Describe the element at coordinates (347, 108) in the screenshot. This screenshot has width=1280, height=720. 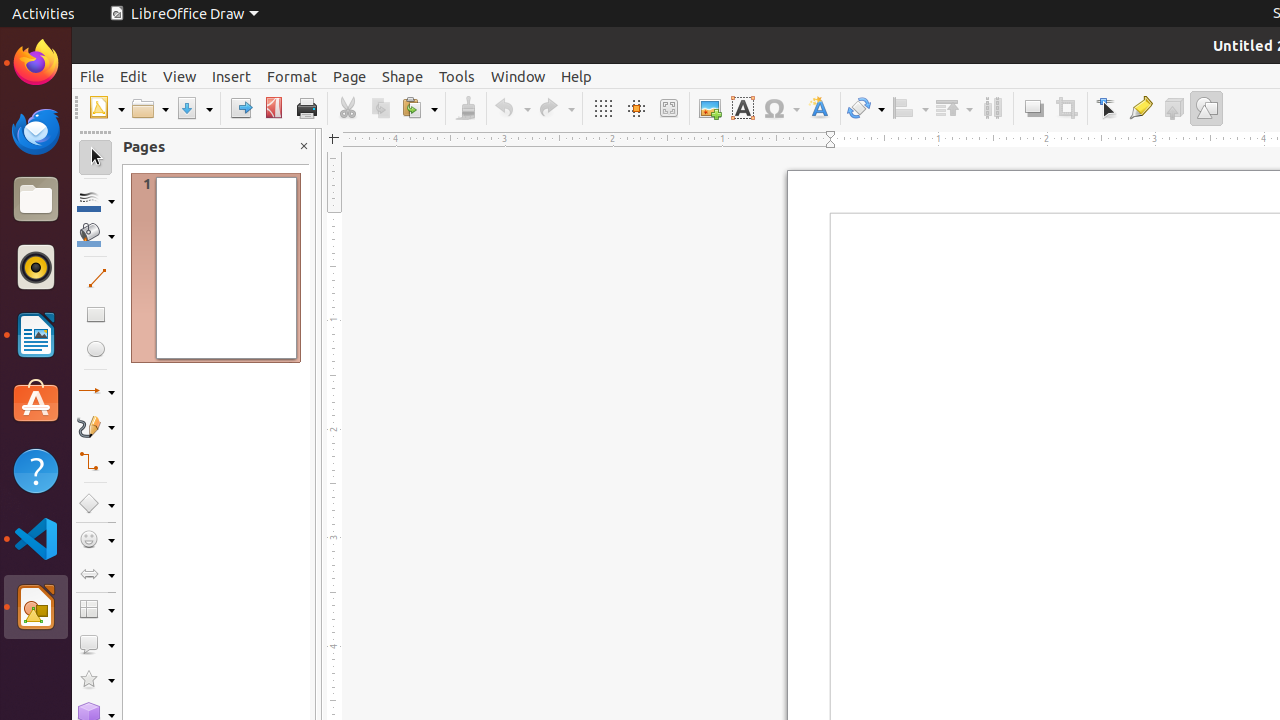
I see `'Cut'` at that location.